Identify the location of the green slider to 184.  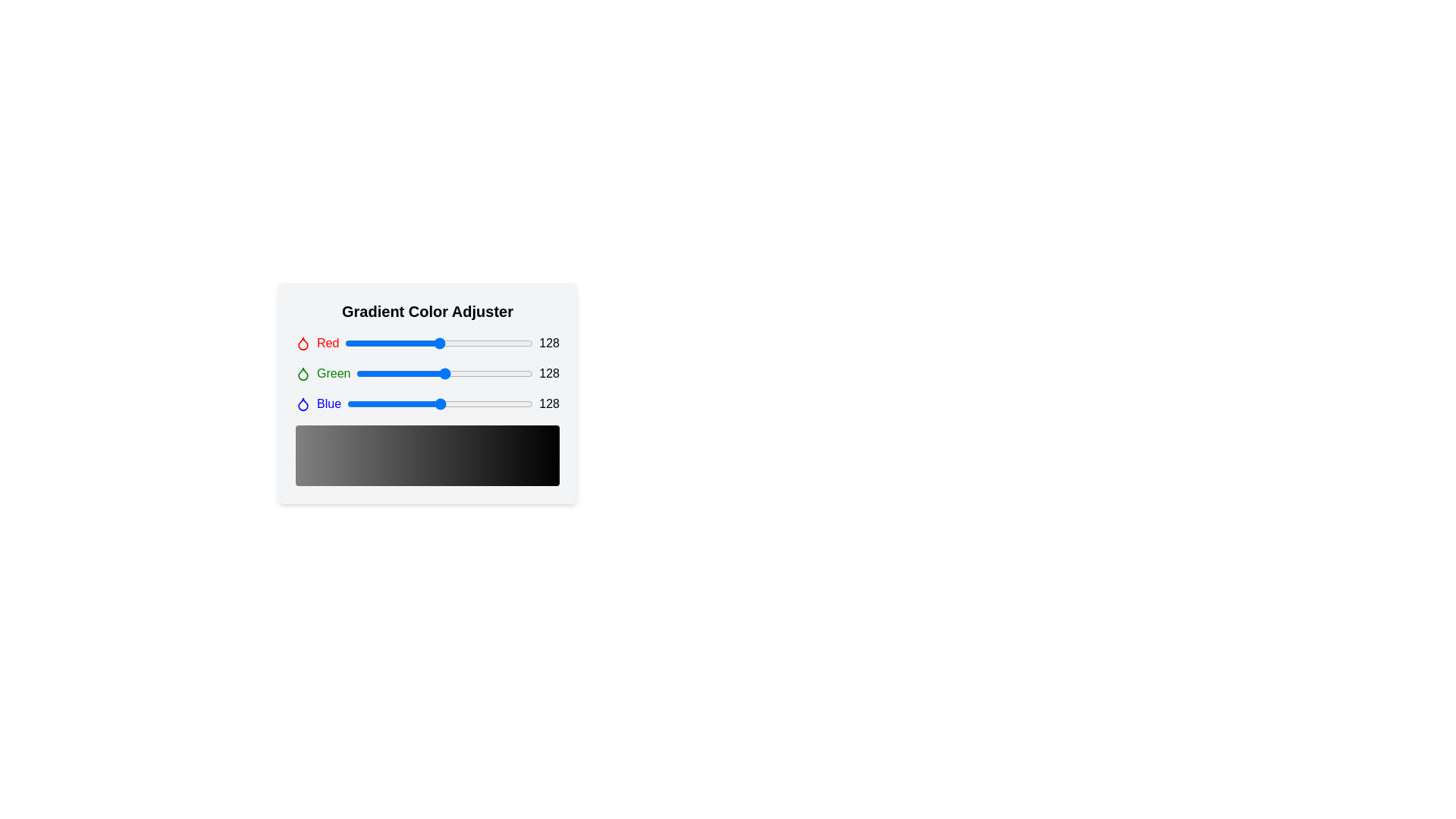
(483, 374).